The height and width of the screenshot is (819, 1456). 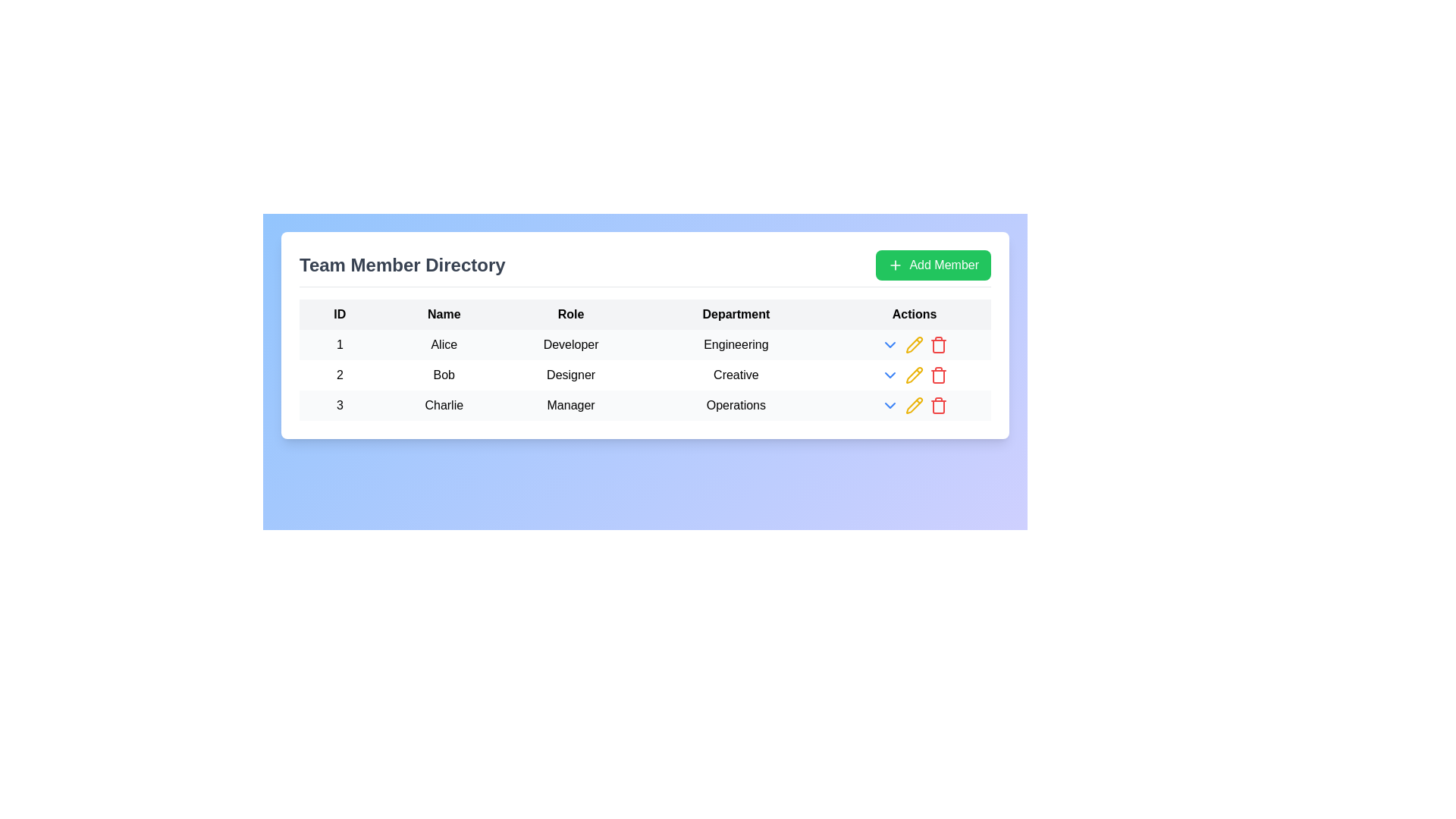 What do you see at coordinates (914, 405) in the screenshot?
I see `the group of three icon buttons in the 'Actions' column of the last row of the table` at bounding box center [914, 405].